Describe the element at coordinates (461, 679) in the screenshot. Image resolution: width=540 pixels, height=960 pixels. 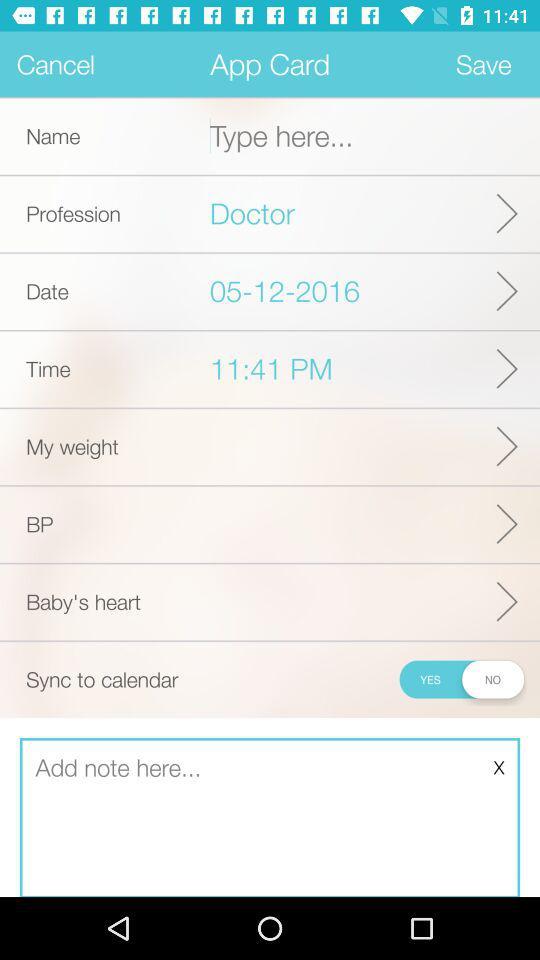
I see `the yesno button which is right to the text sync to calender` at that location.